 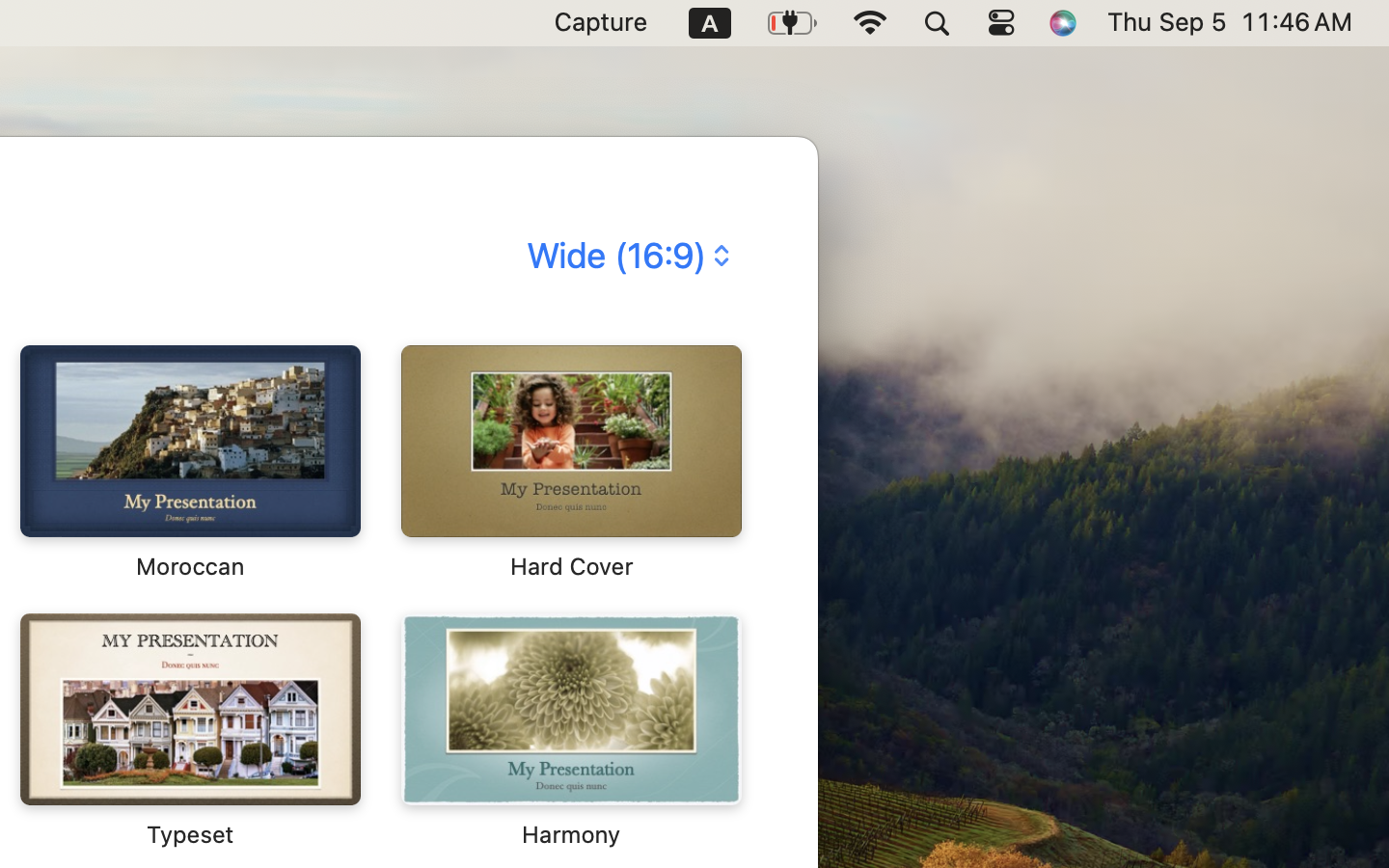 What do you see at coordinates (625, 254) in the screenshot?
I see `'Wide (16:9)'` at bounding box center [625, 254].